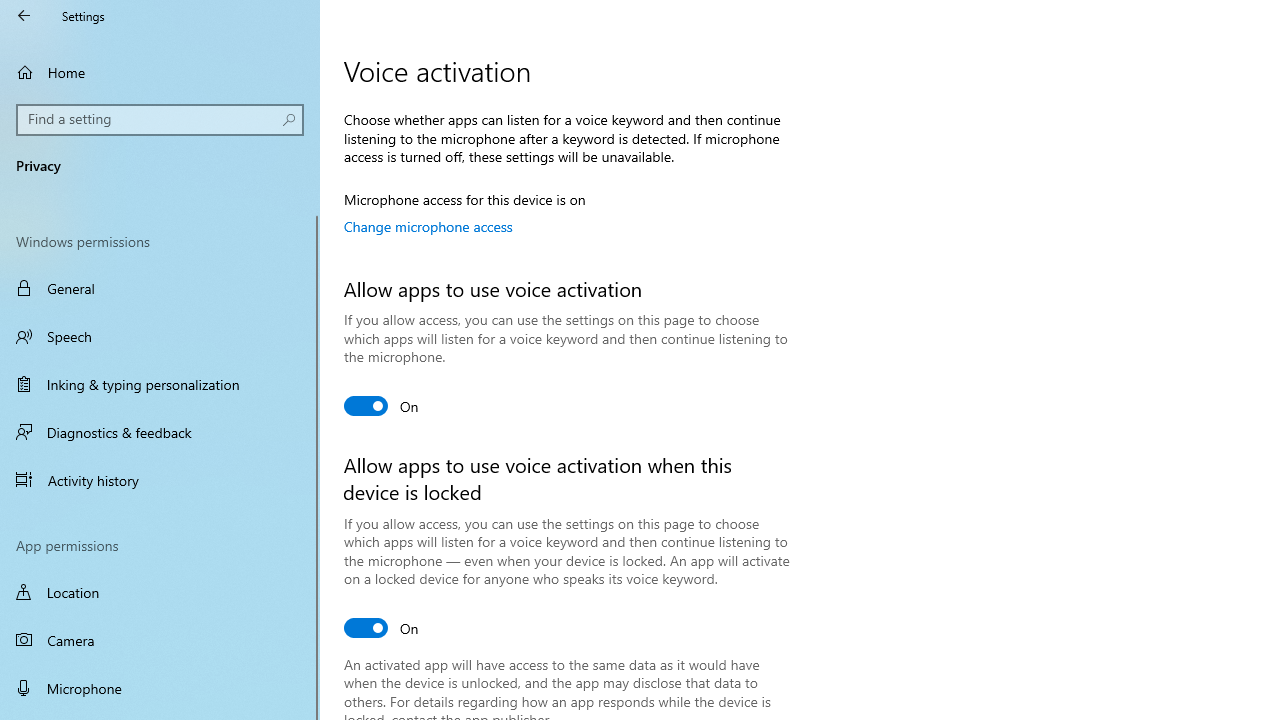 The width and height of the screenshot is (1280, 720). I want to click on 'Search box, Find a setting', so click(160, 119).